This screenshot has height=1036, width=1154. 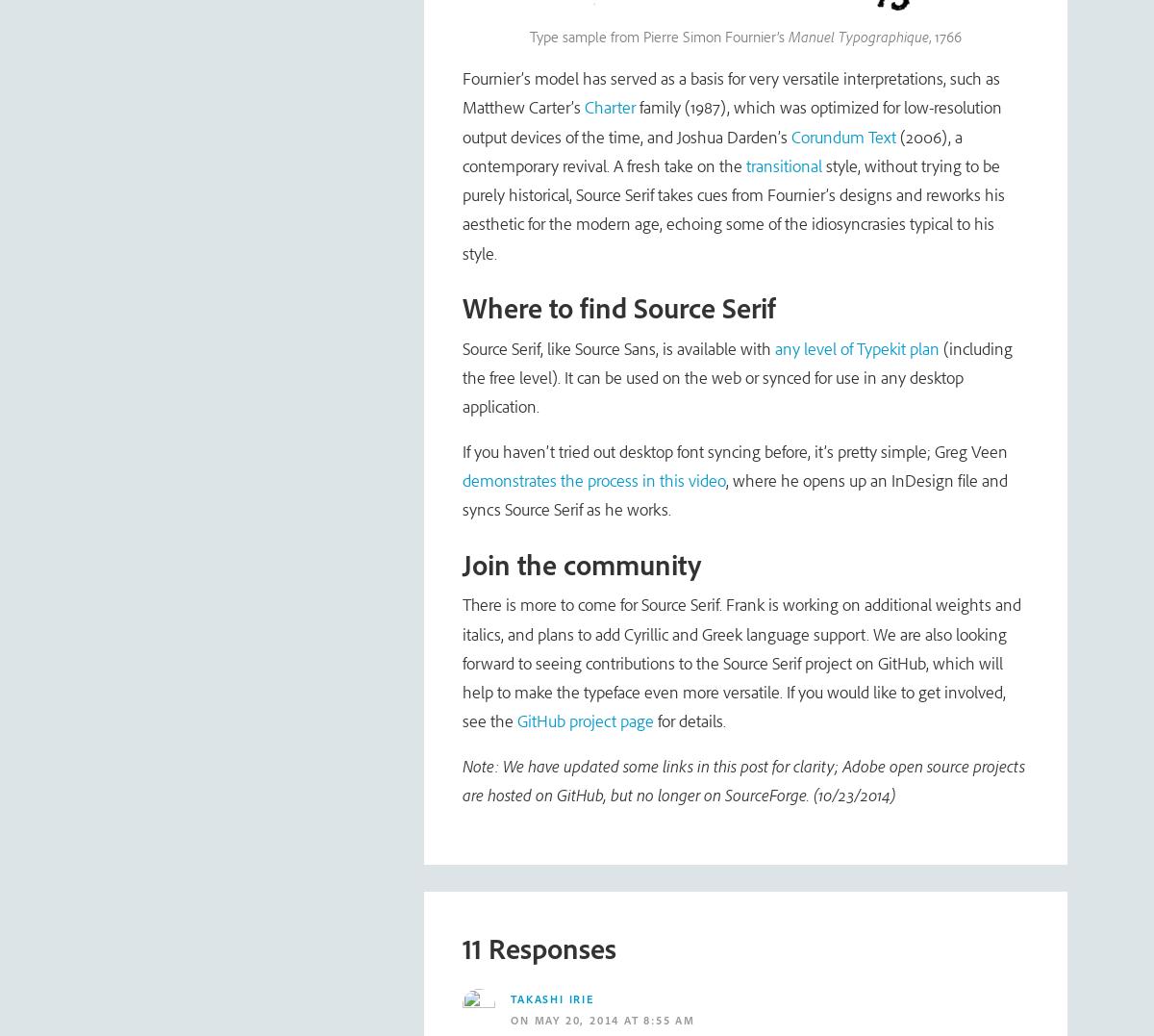 I want to click on '(2006), a contemporary revival. A fresh take on the', so click(x=461, y=150).